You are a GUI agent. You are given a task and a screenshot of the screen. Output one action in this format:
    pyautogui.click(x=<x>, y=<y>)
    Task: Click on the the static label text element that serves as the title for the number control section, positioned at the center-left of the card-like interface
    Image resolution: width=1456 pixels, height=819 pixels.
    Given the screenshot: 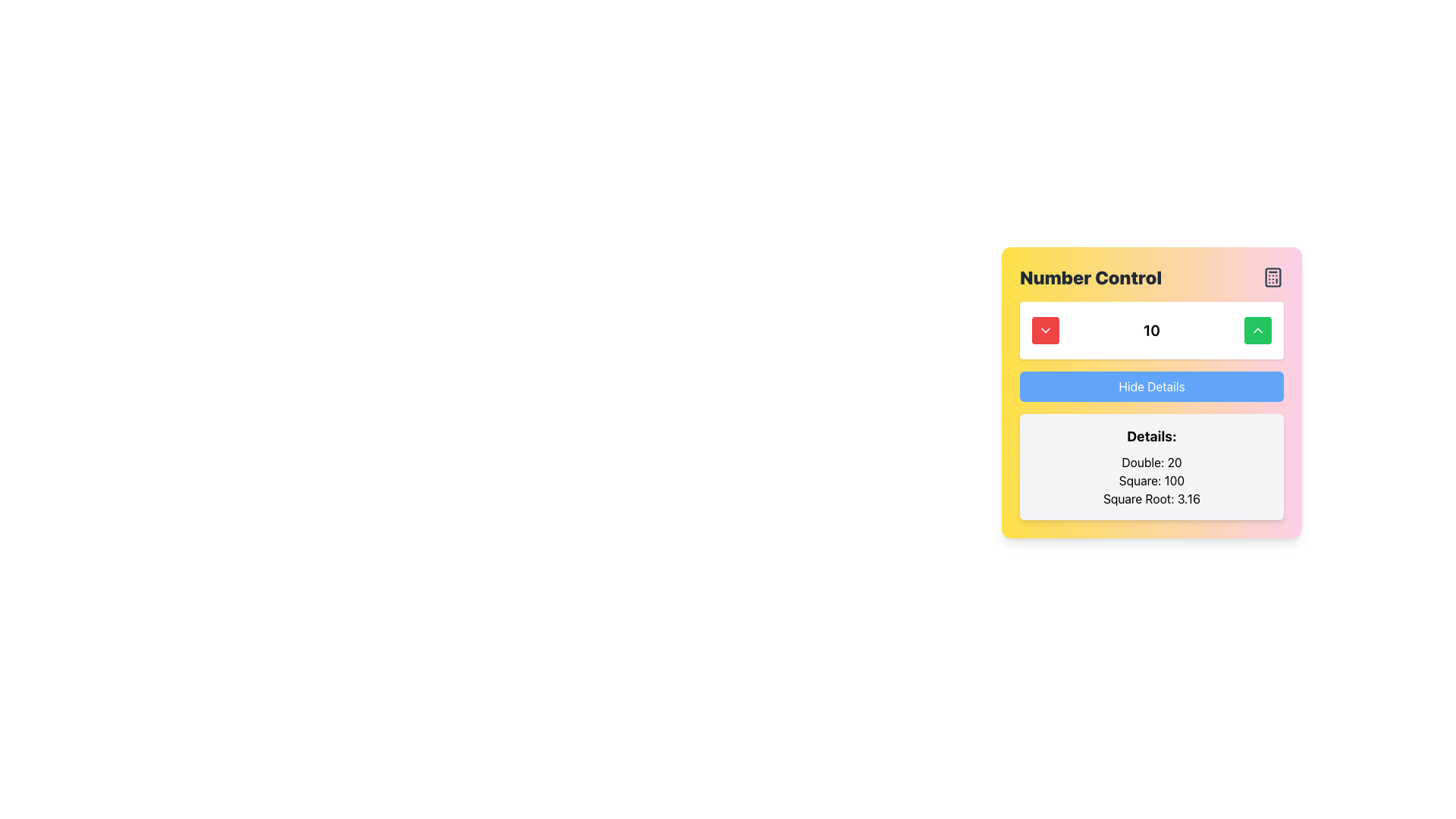 What is the action you would take?
    pyautogui.click(x=1090, y=278)
    